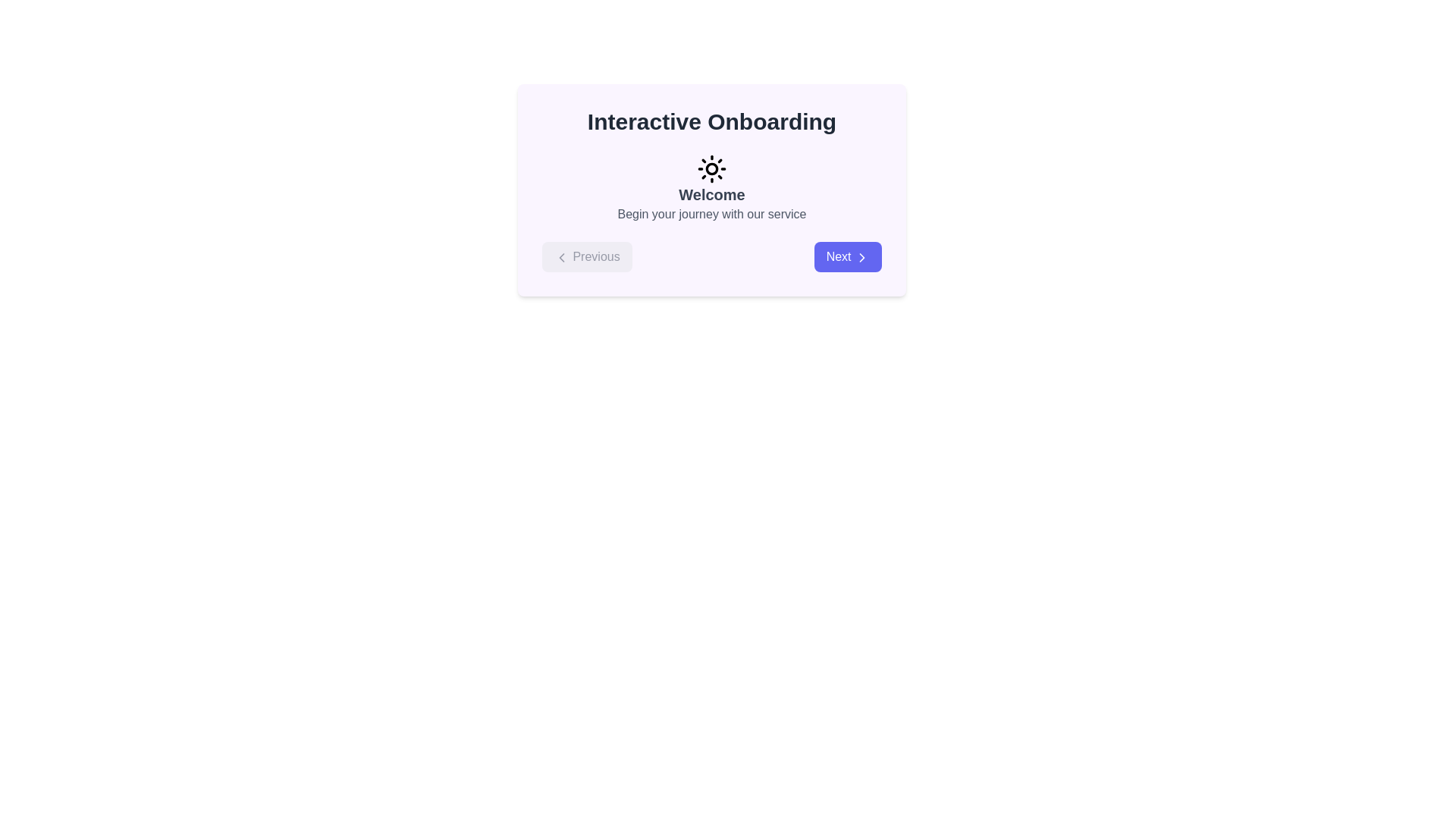  I want to click on the right-facing chevron icon located inside the blue 'Next' button for keyboard navigation, so click(862, 256).